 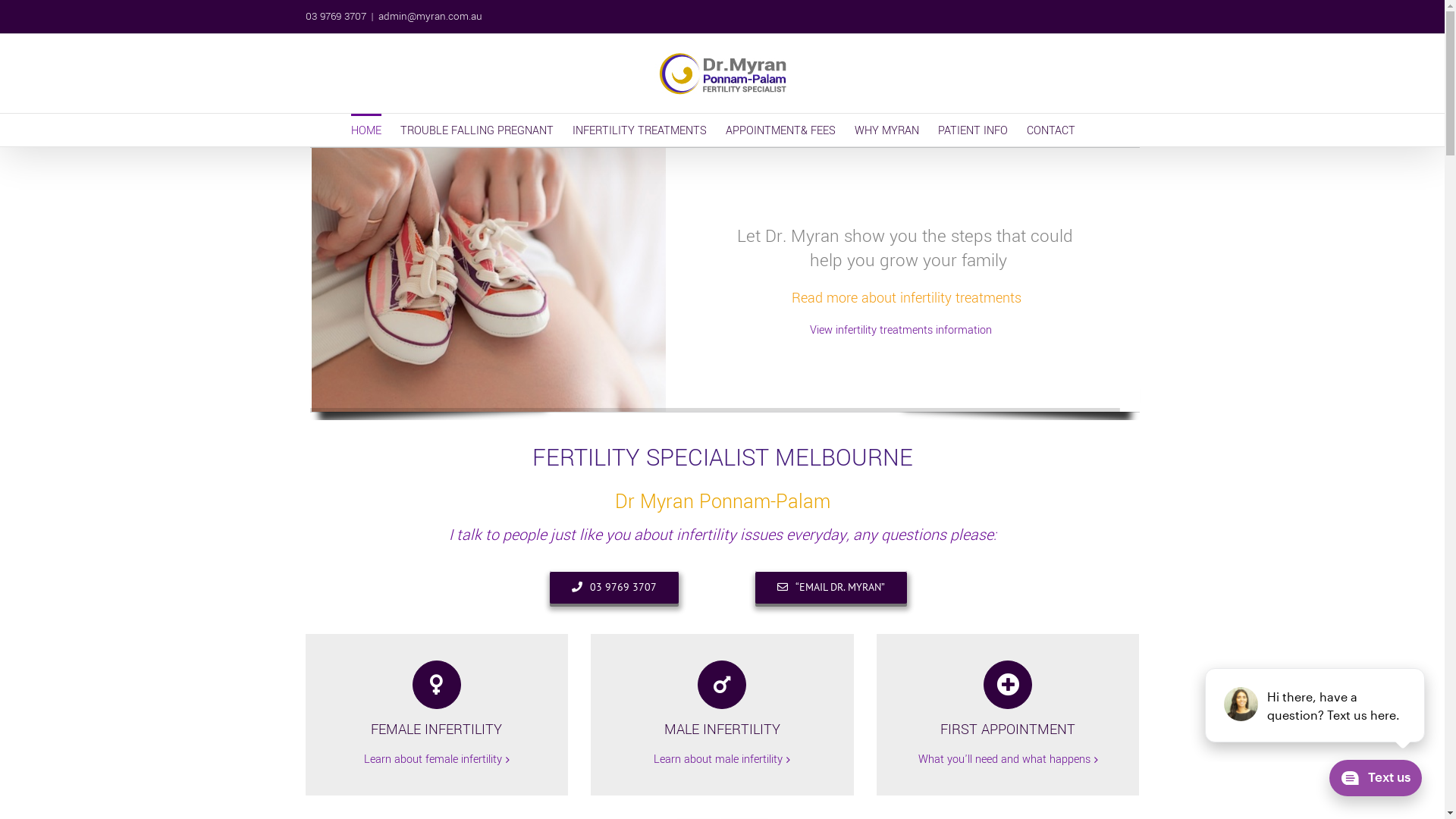 What do you see at coordinates (1314, 704) in the screenshot?
I see `'podium webchat widget prompt'` at bounding box center [1314, 704].